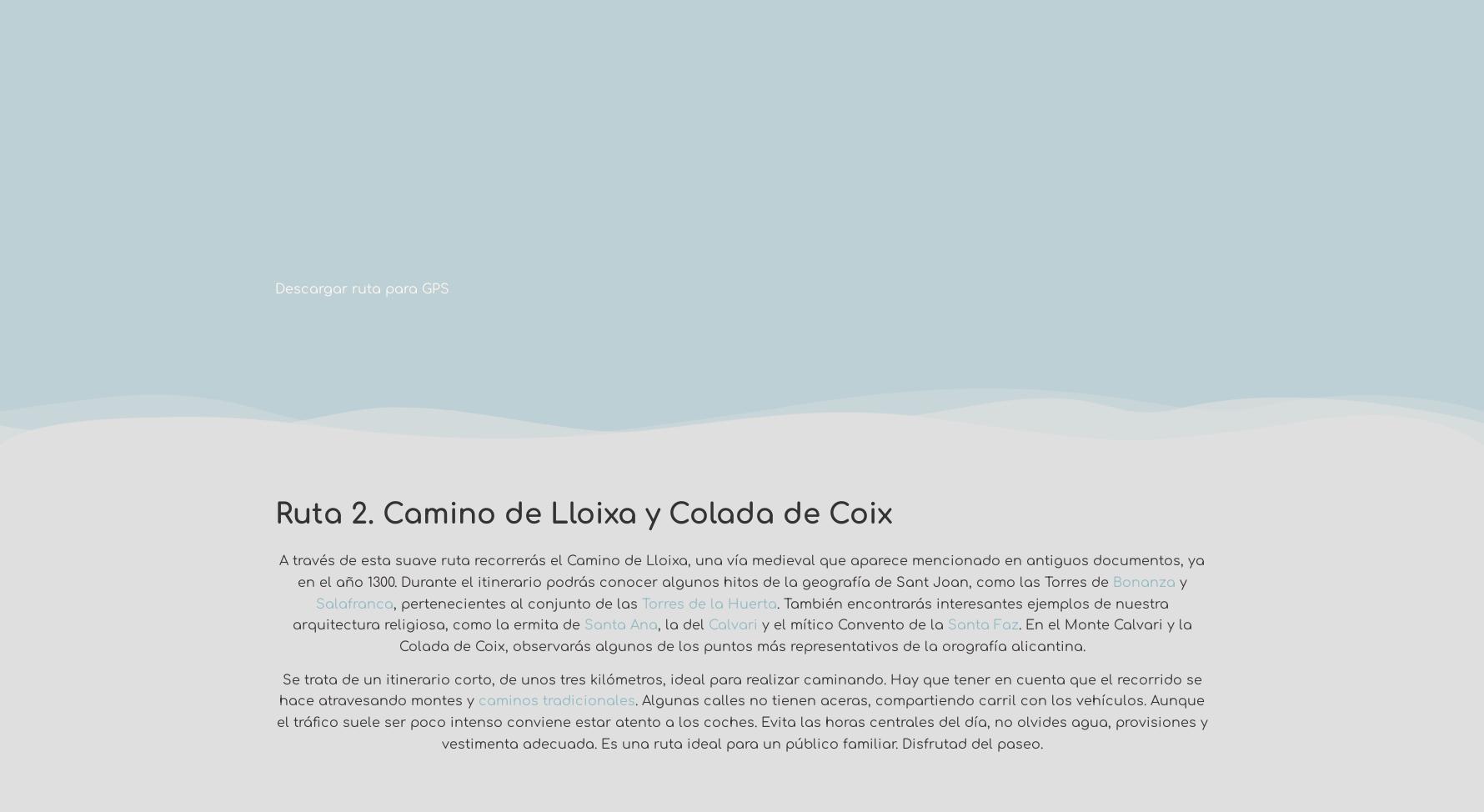  What do you see at coordinates (795, 634) in the screenshot?
I see `'. En el Monte Calvari y la Colada de Coix, observarás algunos de los puntos más representativos de la orografía alicantina.'` at bounding box center [795, 634].